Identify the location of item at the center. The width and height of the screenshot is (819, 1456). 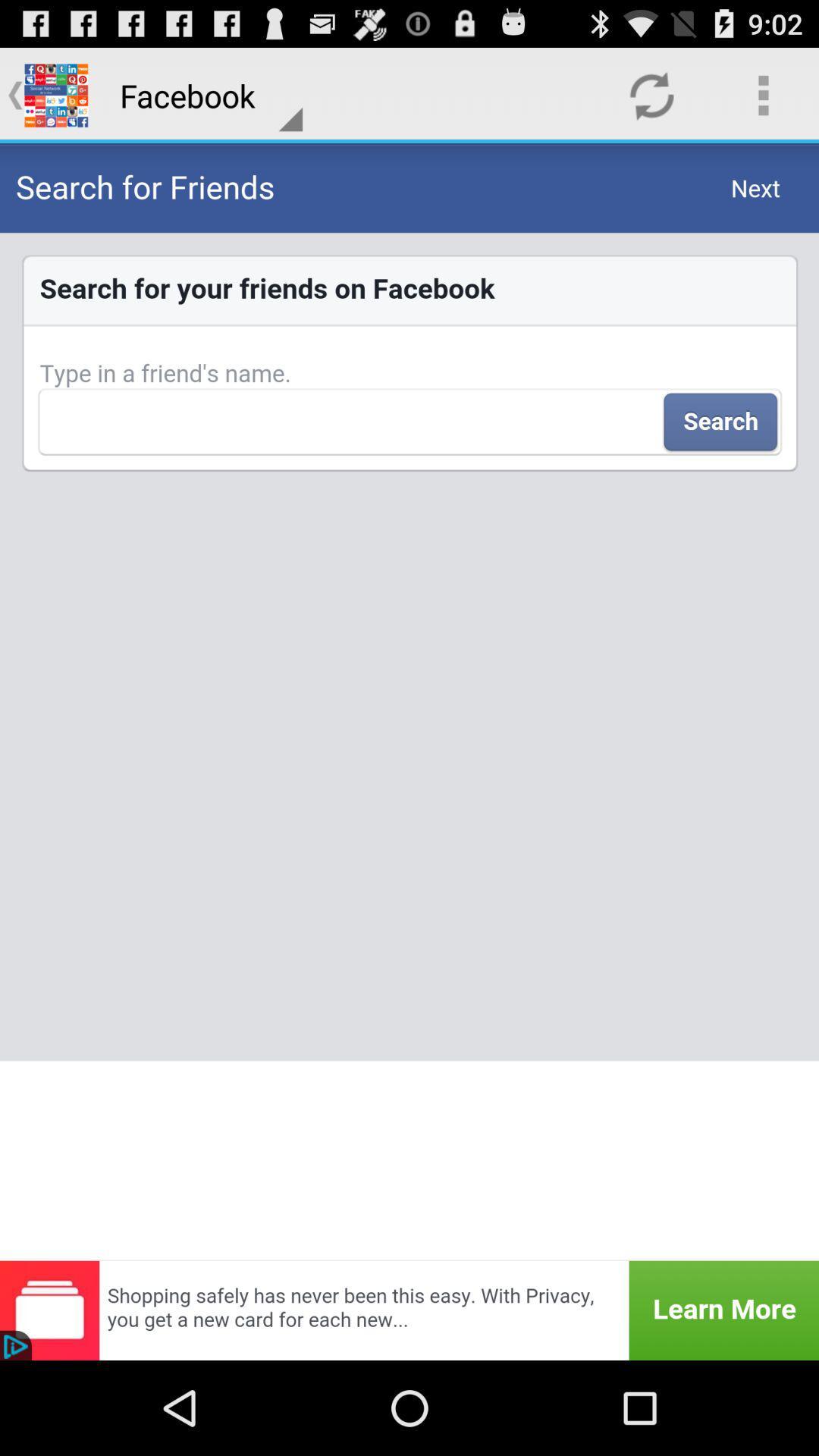
(409, 701).